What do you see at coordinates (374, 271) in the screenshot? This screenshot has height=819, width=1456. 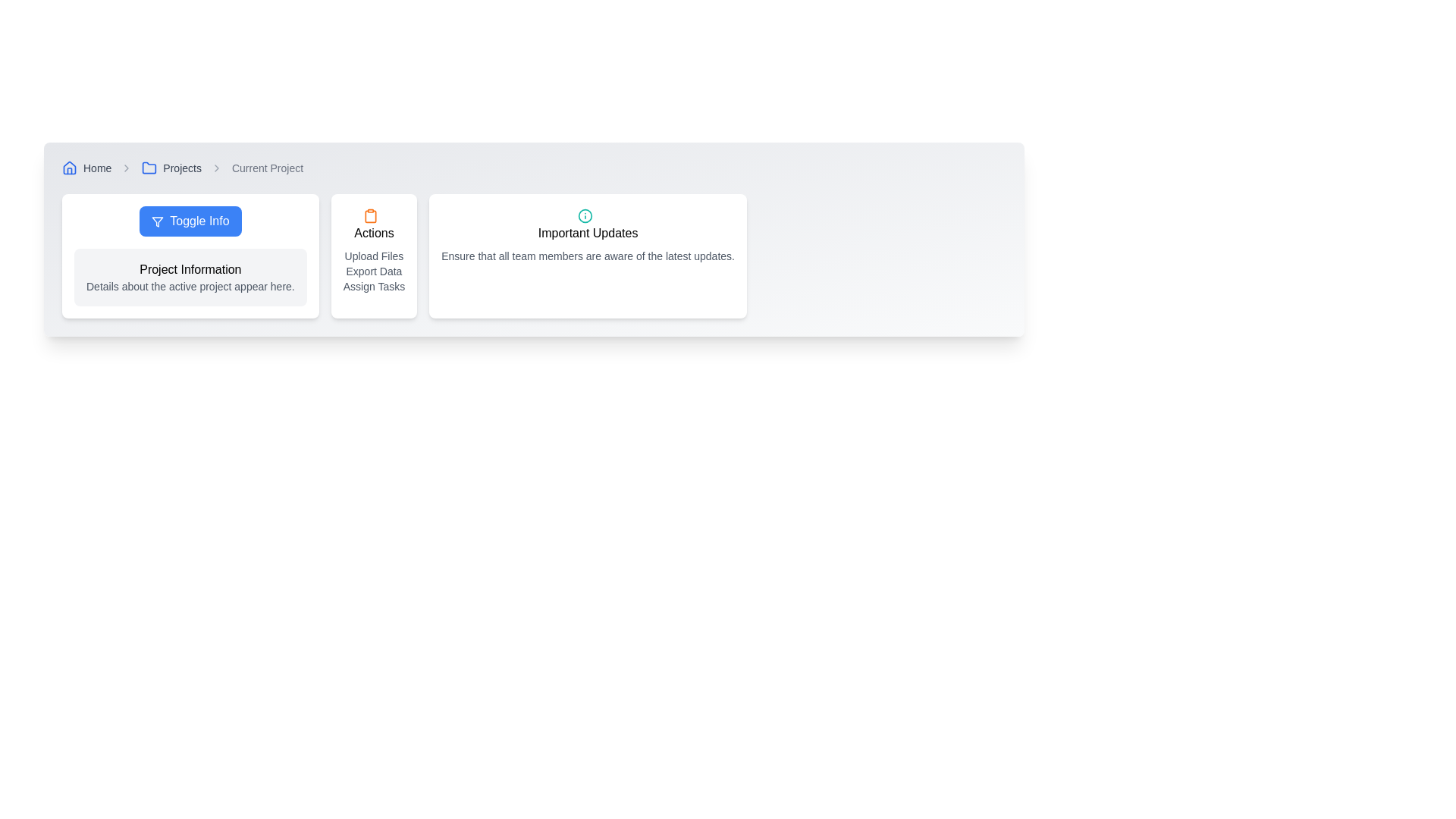 I see `the text display within the 'Actions' card, which lists various actions related to file management or task operations` at bounding box center [374, 271].